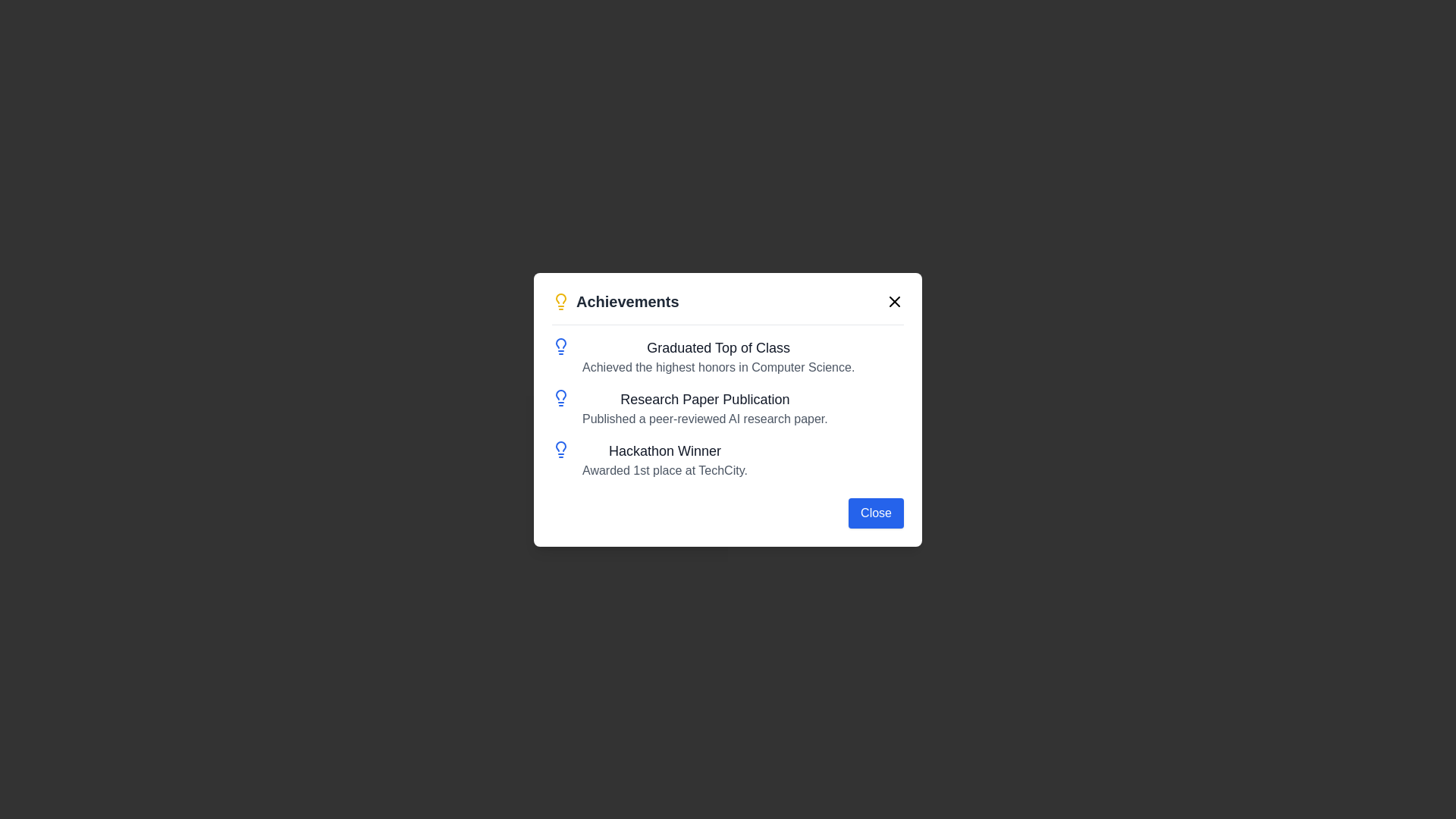 The image size is (1456, 819). I want to click on the Close Button (an 'X' symbol) located at the top-right corner of the 'Achievements' dialog box, so click(895, 301).